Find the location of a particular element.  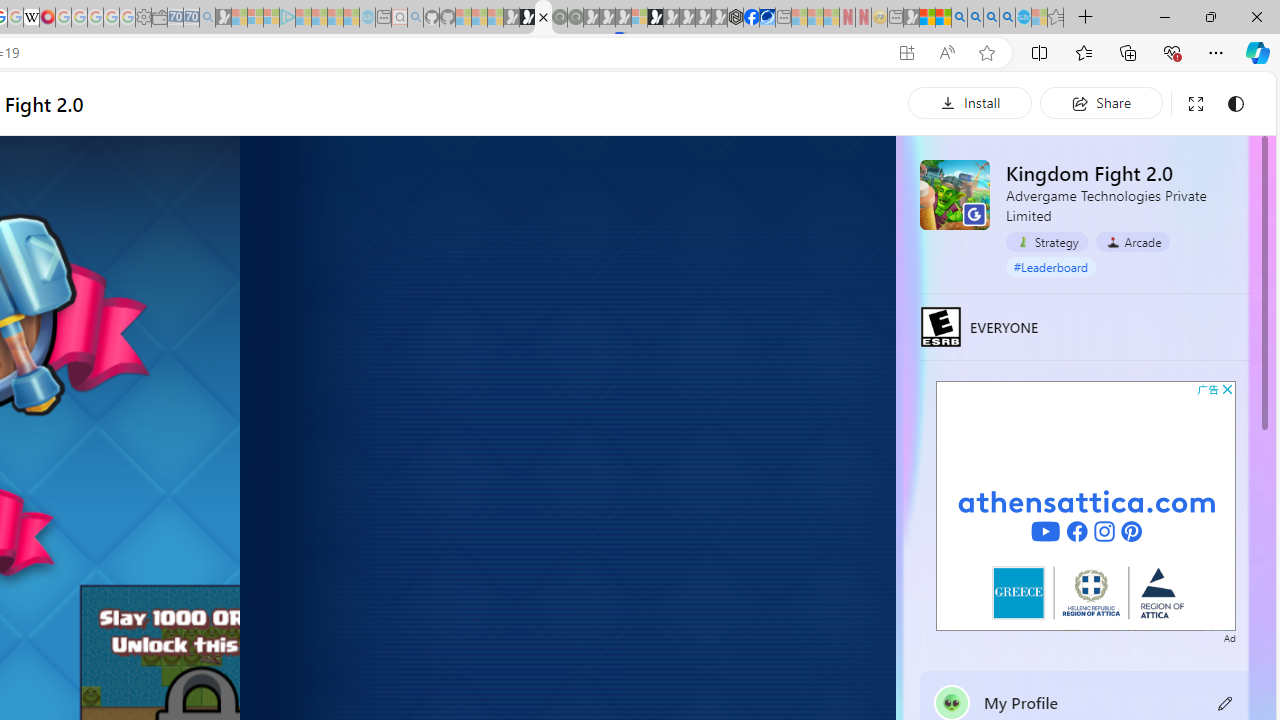

'Bing AI - Search' is located at coordinates (958, 17).